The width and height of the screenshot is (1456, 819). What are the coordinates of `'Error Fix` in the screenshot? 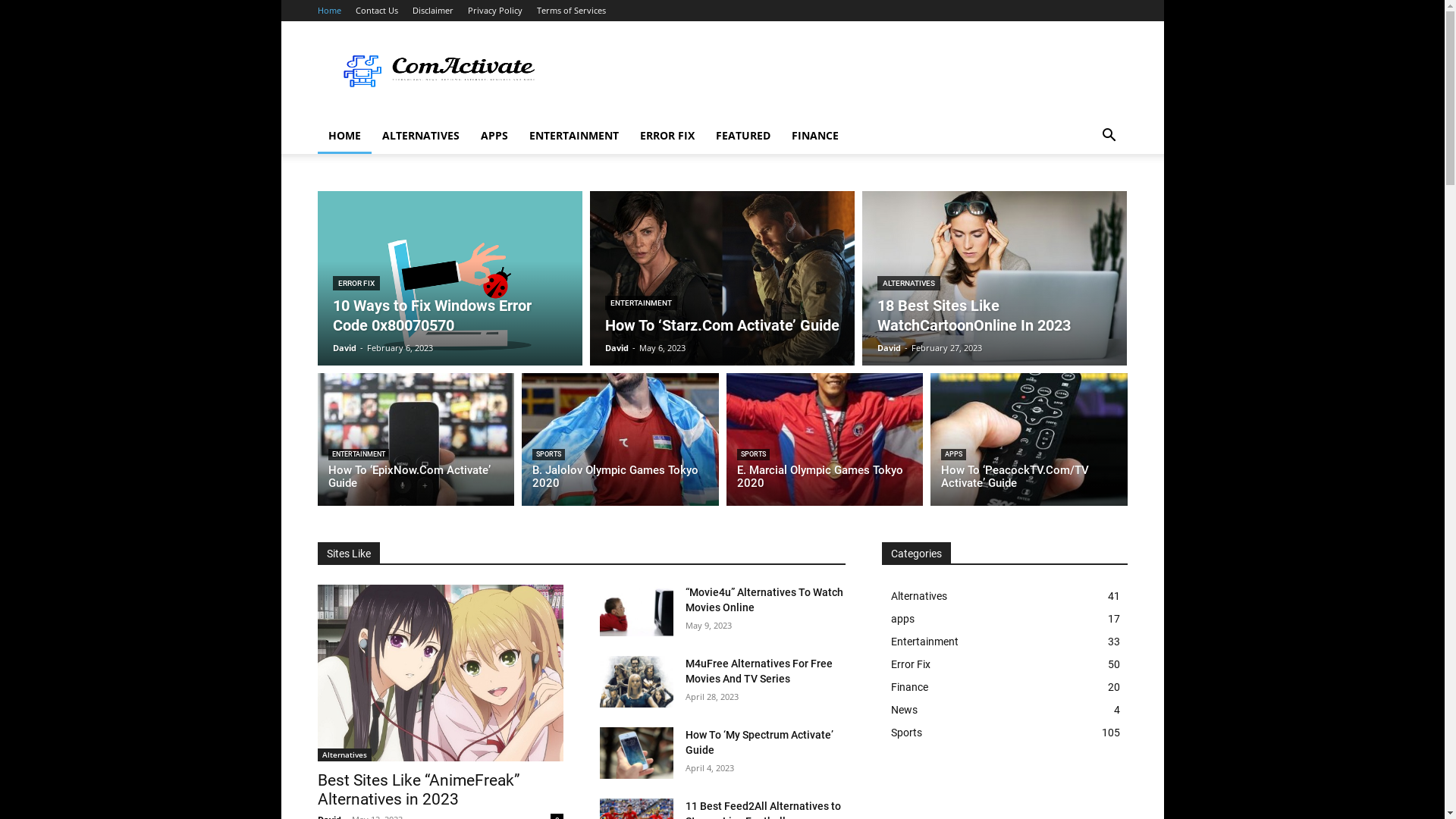 It's located at (1004, 663).